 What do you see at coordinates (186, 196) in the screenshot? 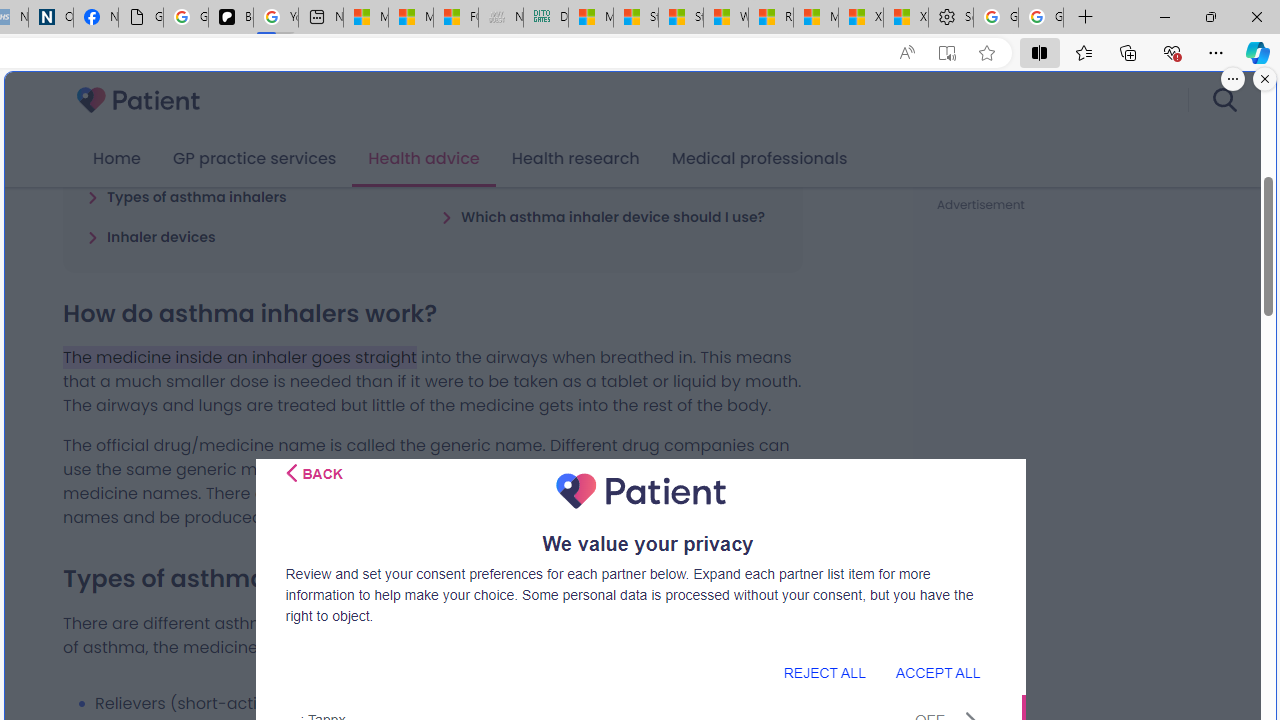
I see `'Types of asthma inhalers'` at bounding box center [186, 196].